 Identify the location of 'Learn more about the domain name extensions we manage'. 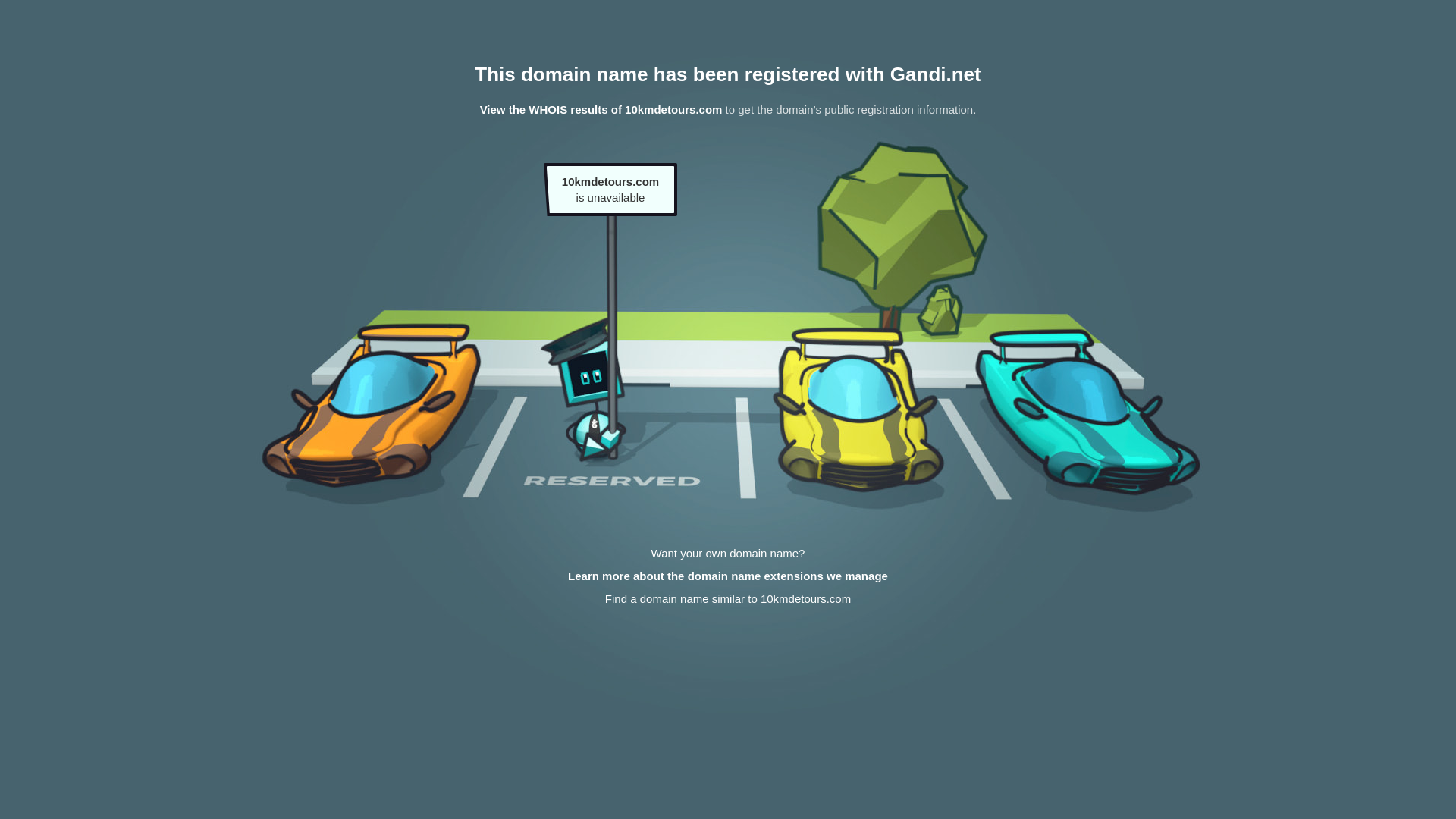
(728, 576).